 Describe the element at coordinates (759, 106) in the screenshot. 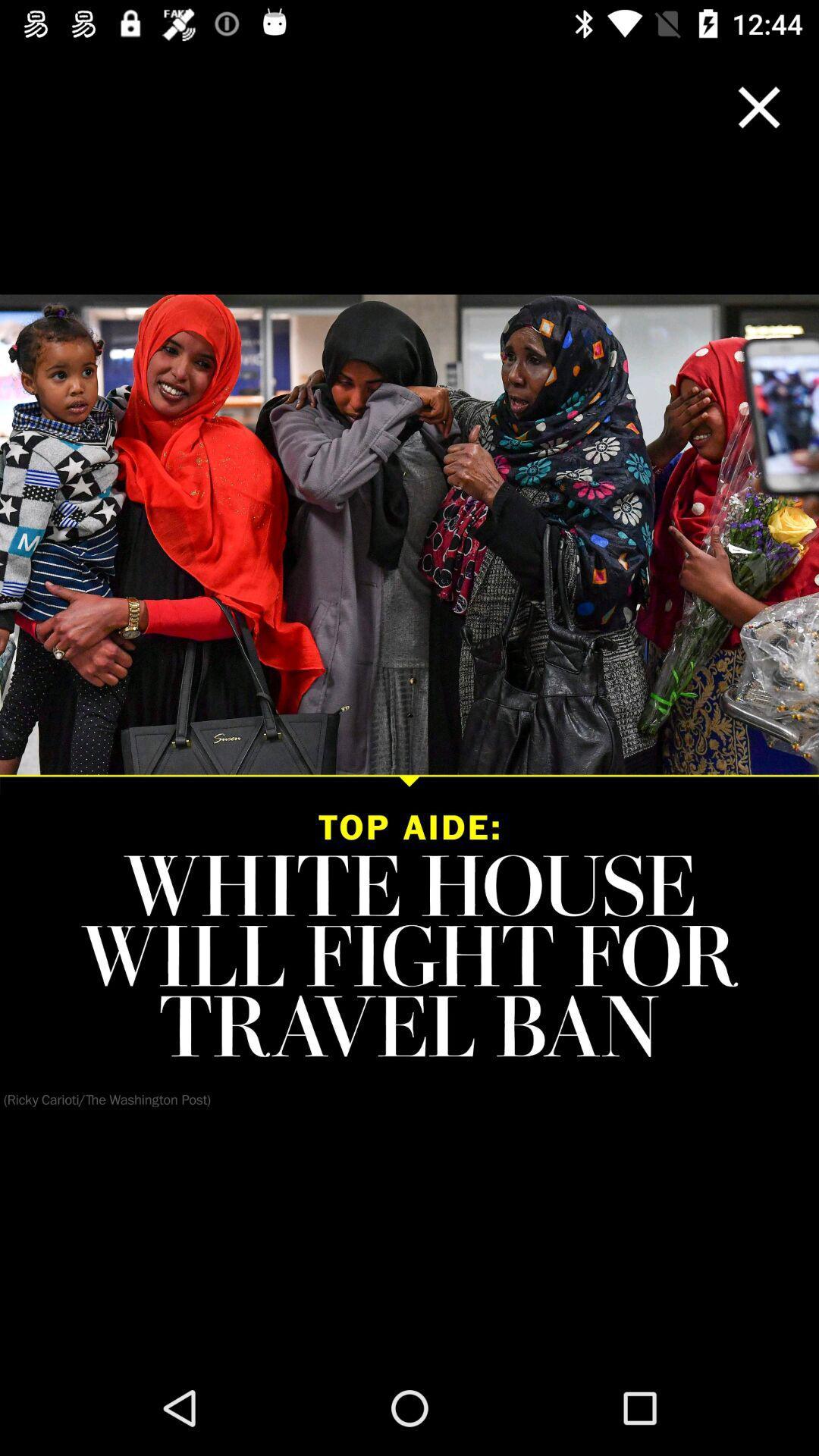

I see `out of this article` at that location.